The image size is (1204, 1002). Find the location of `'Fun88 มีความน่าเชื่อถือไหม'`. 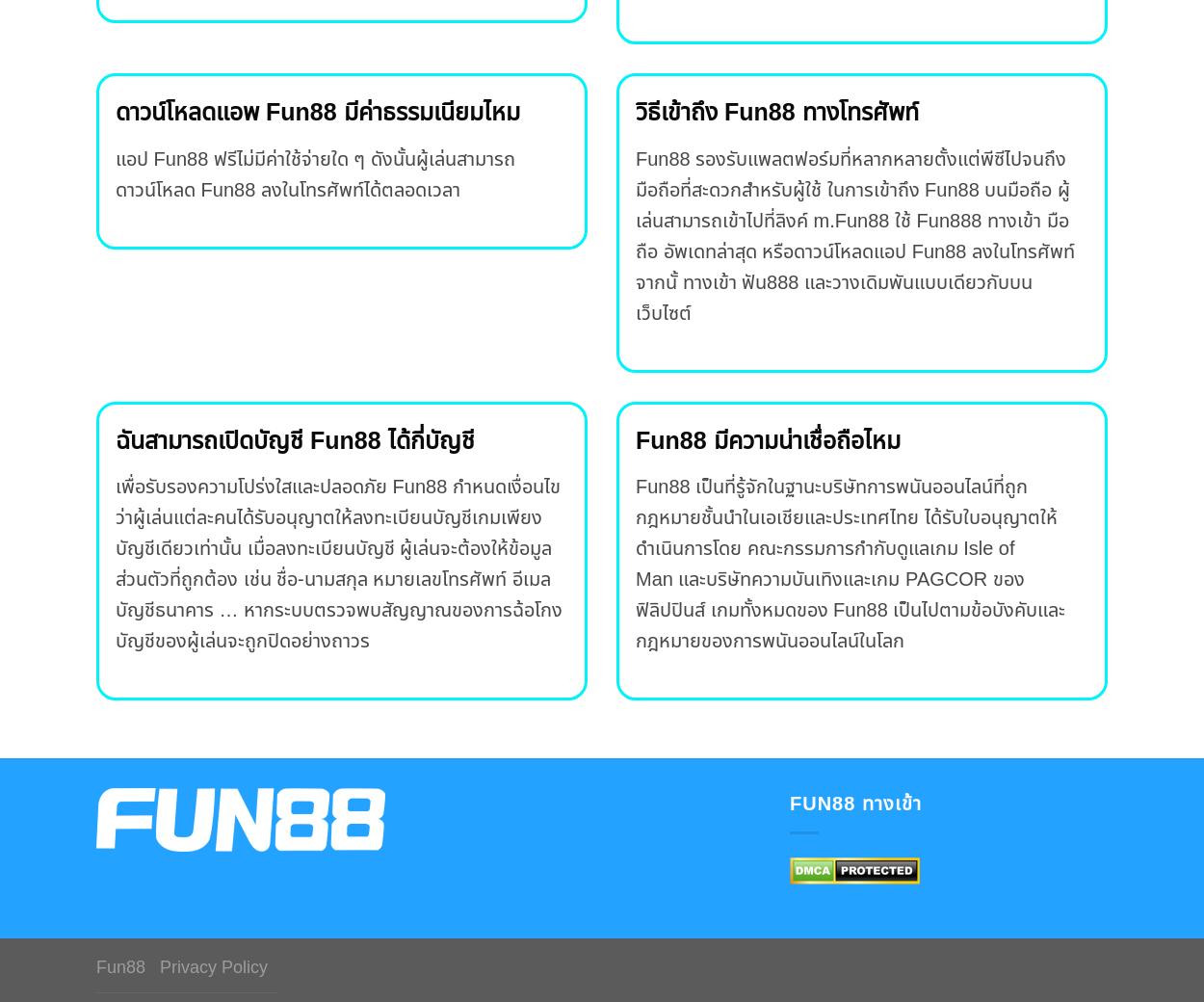

'Fun88 มีความน่าเชื่อถือไหม' is located at coordinates (767, 439).